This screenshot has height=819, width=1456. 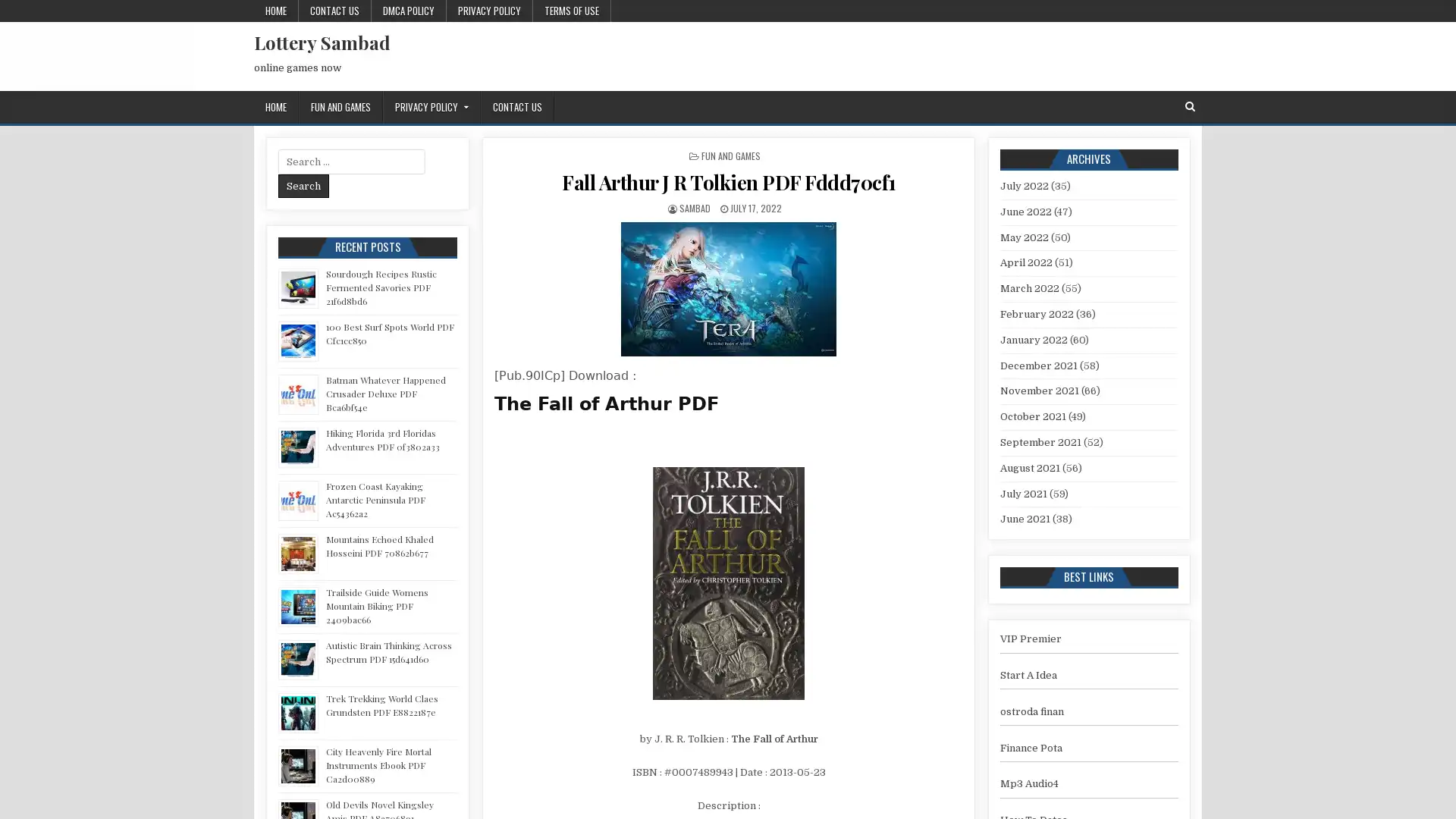 What do you see at coordinates (303, 185) in the screenshot?
I see `Search` at bounding box center [303, 185].